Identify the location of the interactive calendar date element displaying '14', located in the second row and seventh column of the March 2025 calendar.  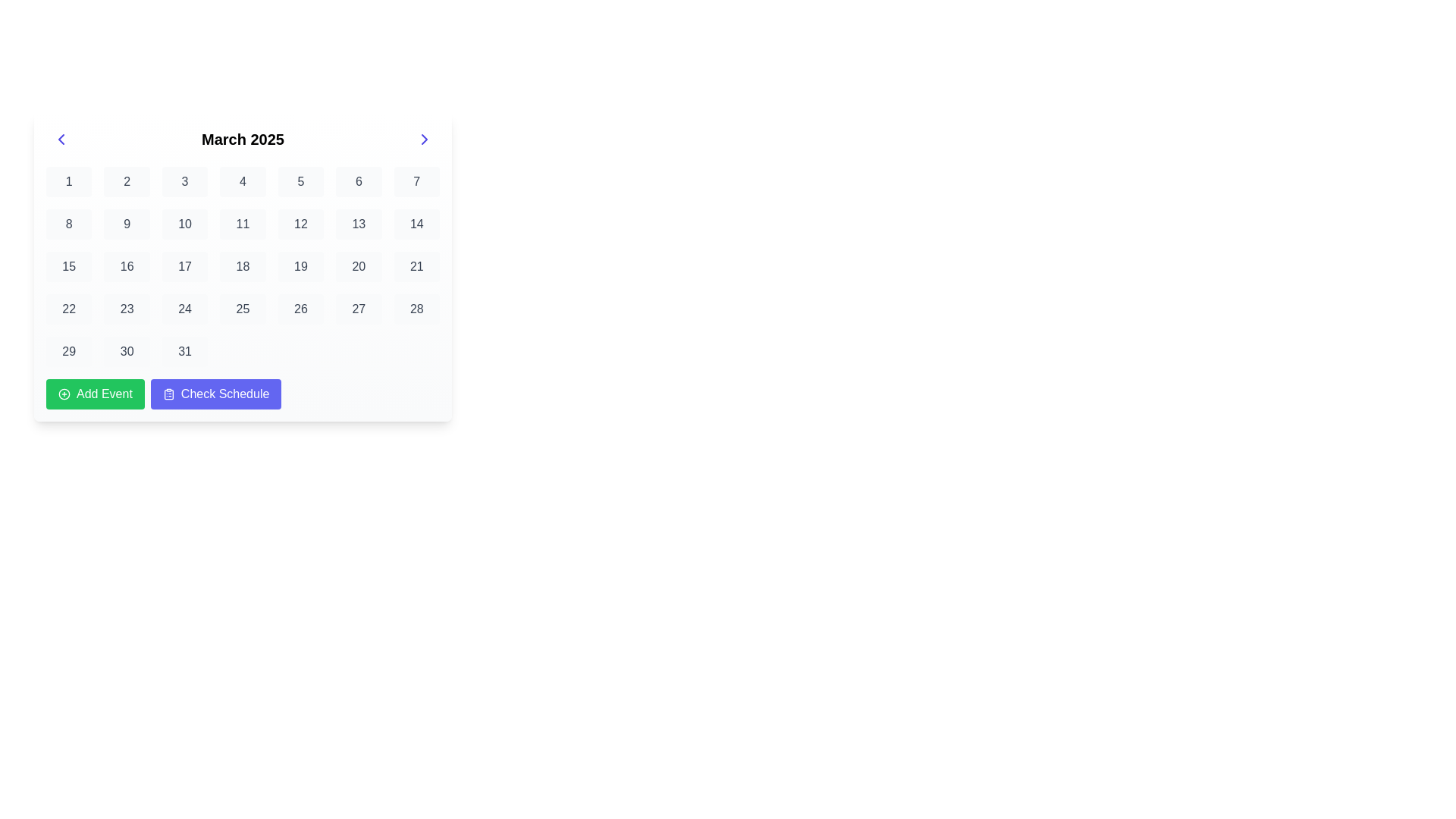
(416, 224).